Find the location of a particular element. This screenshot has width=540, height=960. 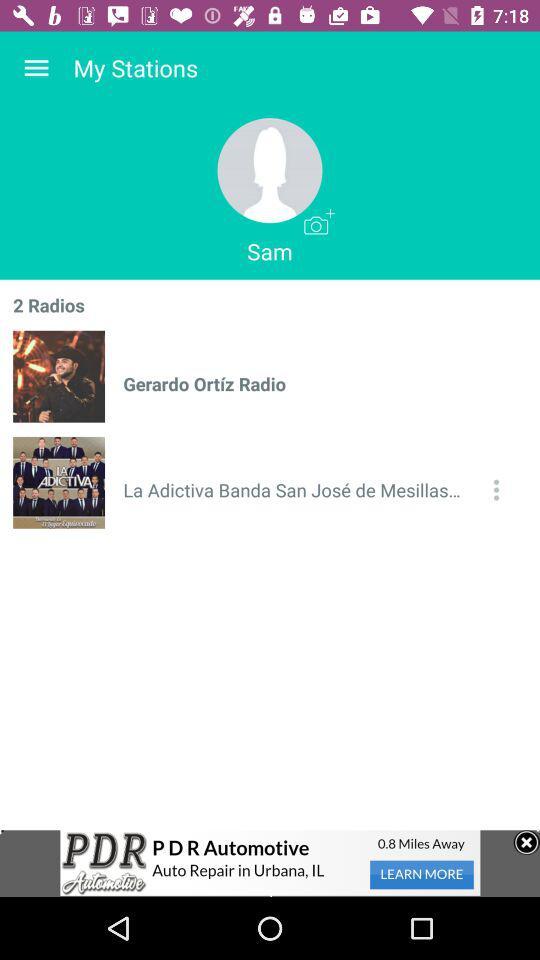

the icon next to the my stations item is located at coordinates (36, 68).